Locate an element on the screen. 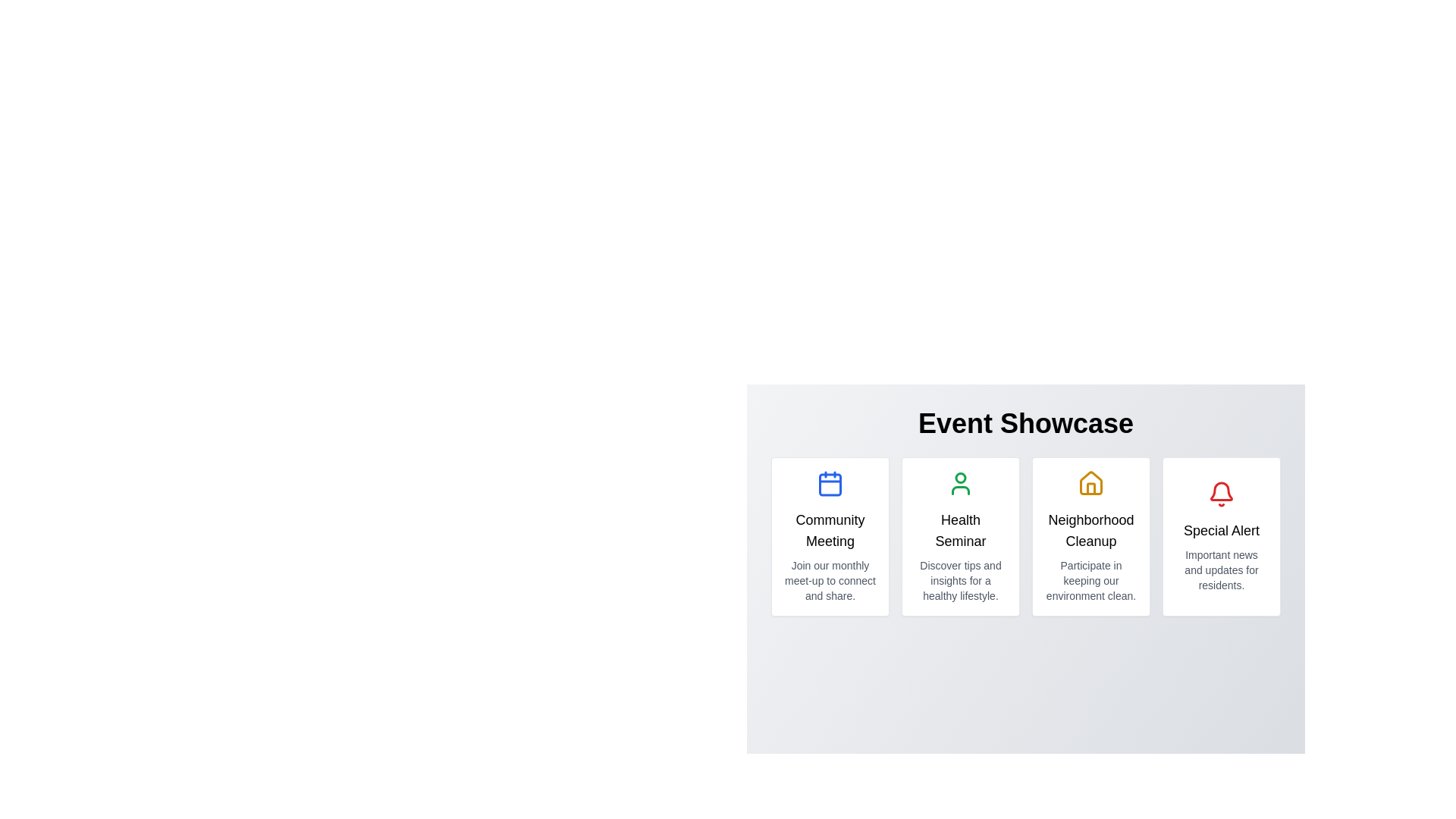 The width and height of the screenshot is (1456, 819). the vertical rectangle with curved edges that resembles a door or passage, which is part of the yellow house icon in the 'Event Showcase' section is located at coordinates (1090, 488).